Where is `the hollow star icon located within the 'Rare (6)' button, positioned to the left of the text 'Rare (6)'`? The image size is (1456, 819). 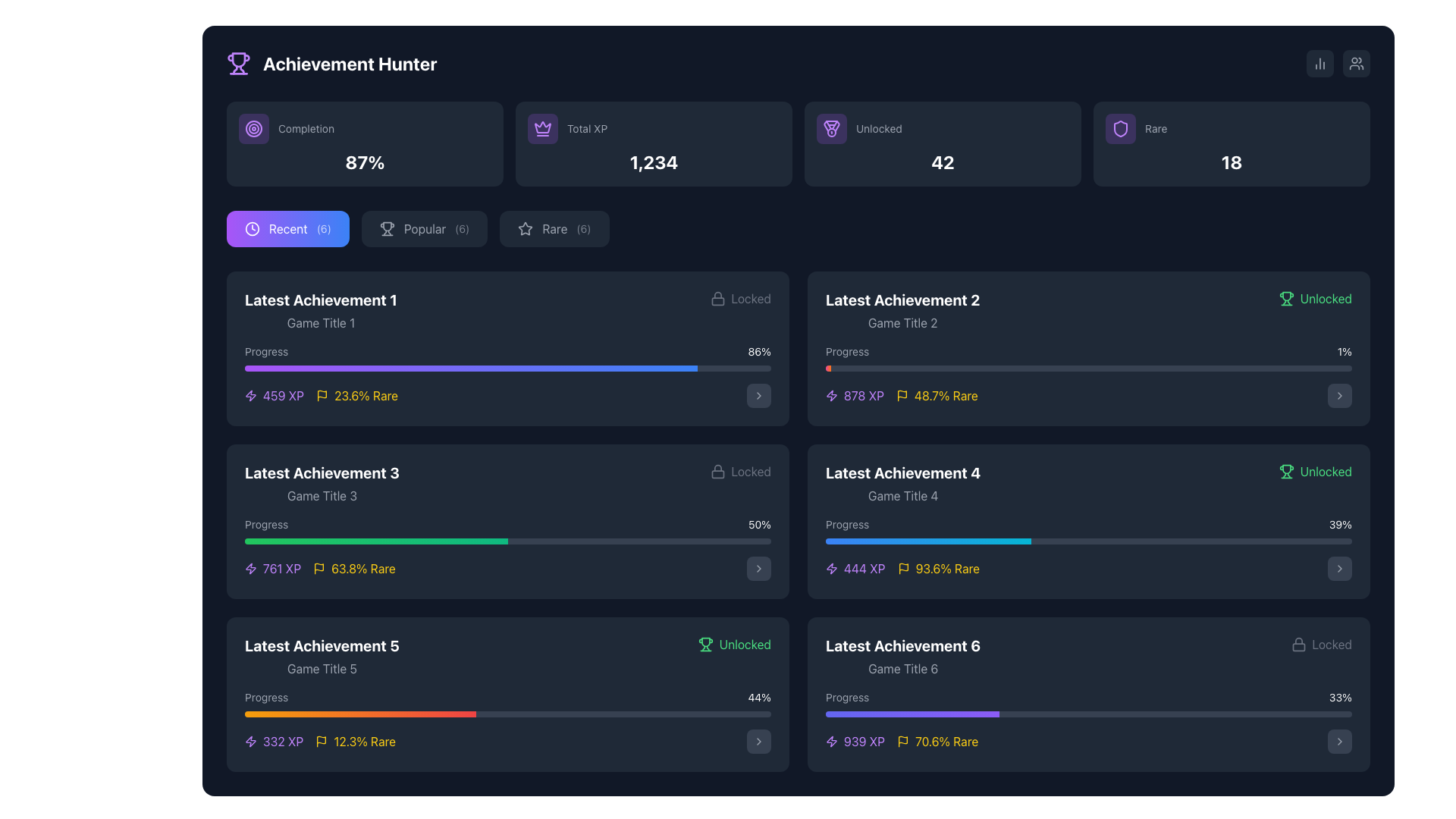
the hollow star icon located within the 'Rare (6)' button, positioned to the left of the text 'Rare (6)' is located at coordinates (526, 228).